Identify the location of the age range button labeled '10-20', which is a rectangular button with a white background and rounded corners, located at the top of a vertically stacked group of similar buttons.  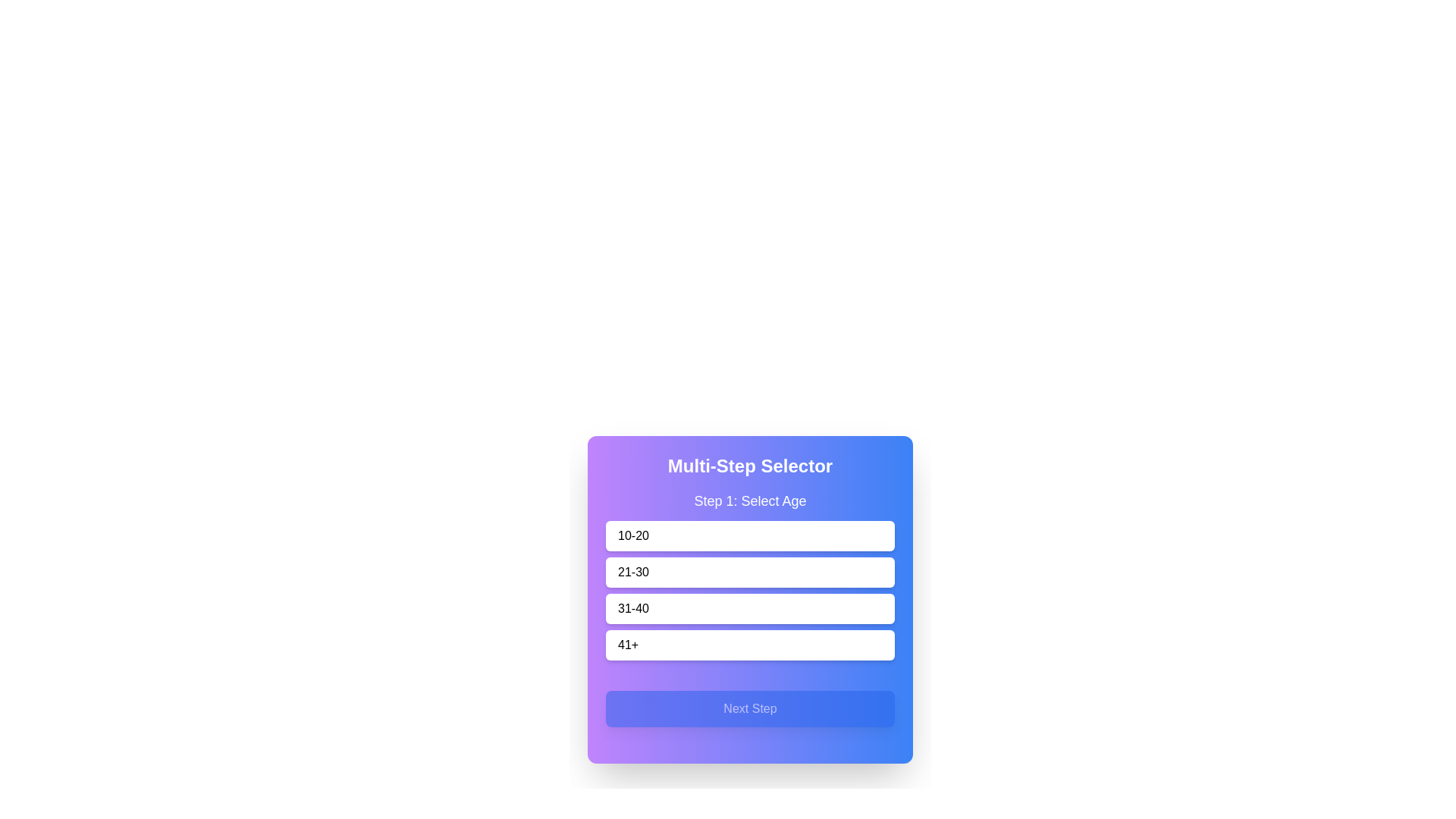
(750, 535).